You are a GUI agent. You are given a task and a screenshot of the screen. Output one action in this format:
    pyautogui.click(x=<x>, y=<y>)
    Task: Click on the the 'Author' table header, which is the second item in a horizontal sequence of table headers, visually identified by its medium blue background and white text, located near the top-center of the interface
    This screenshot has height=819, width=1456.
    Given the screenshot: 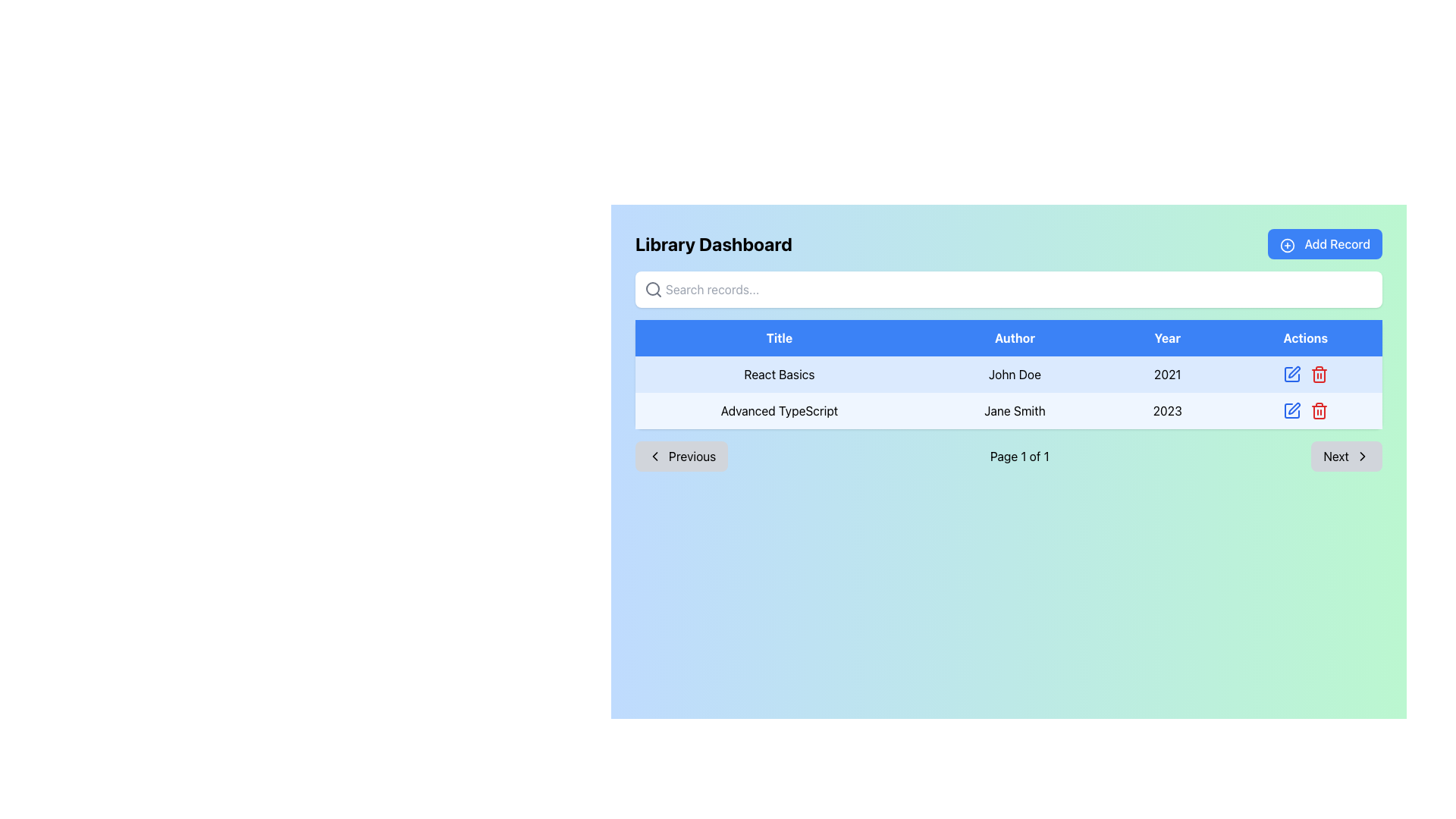 What is the action you would take?
    pyautogui.click(x=1015, y=337)
    